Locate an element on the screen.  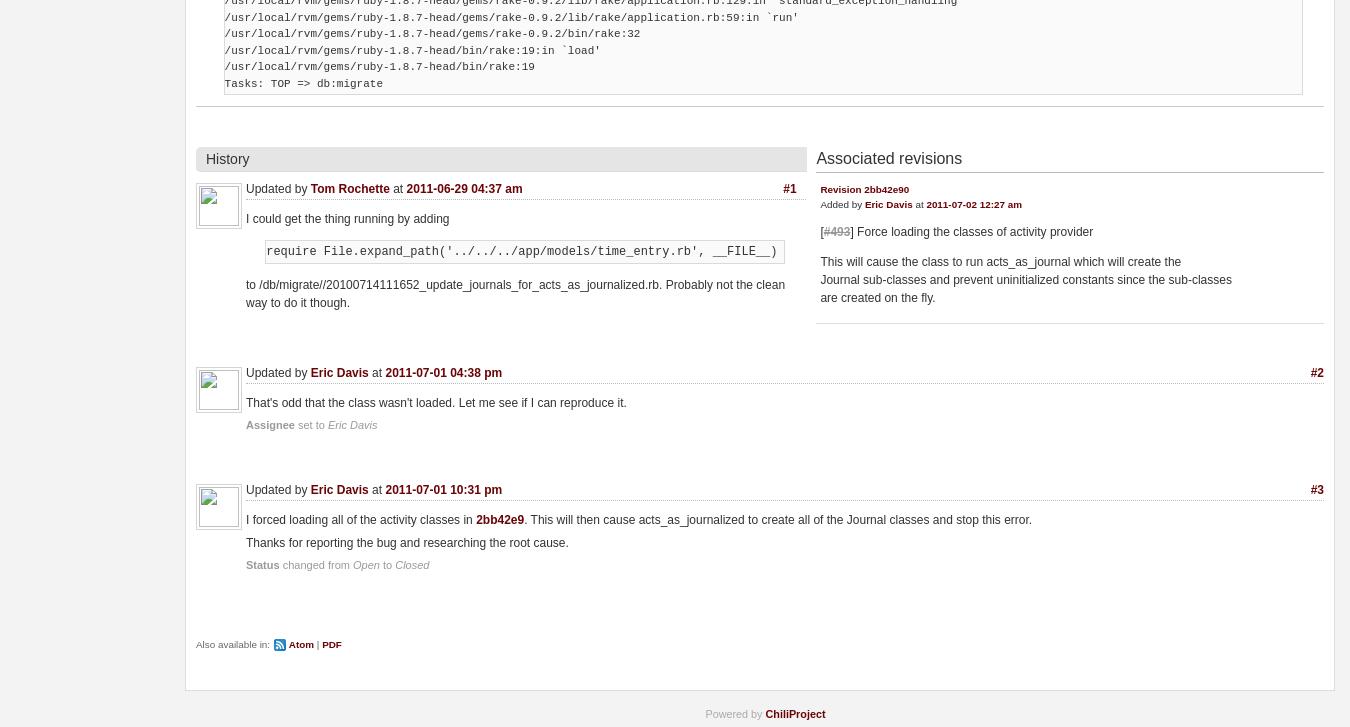
'Revision 2bb42e90' is located at coordinates (864, 189).